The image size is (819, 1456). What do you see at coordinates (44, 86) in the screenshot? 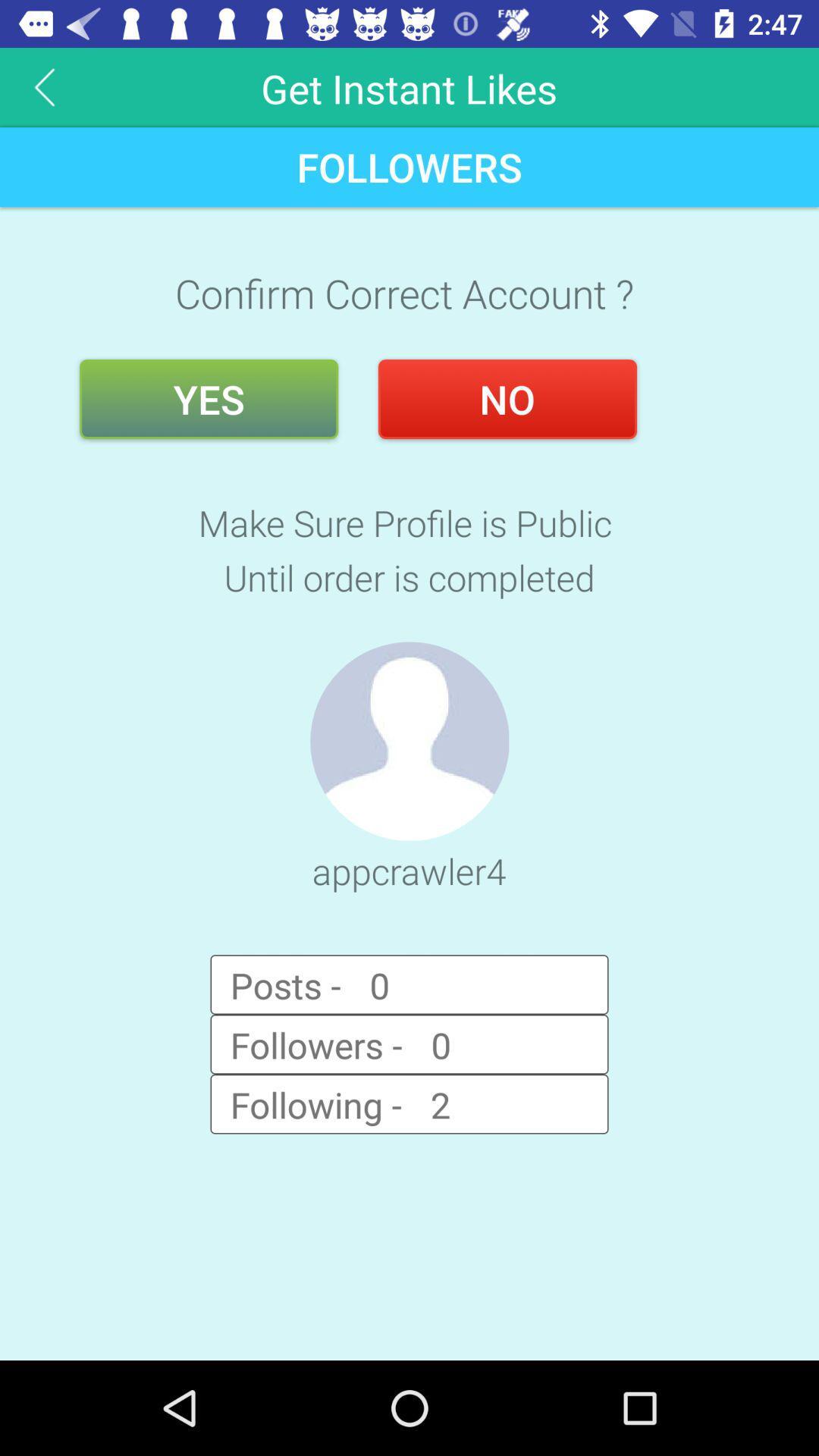
I see `the arrow_backward icon` at bounding box center [44, 86].